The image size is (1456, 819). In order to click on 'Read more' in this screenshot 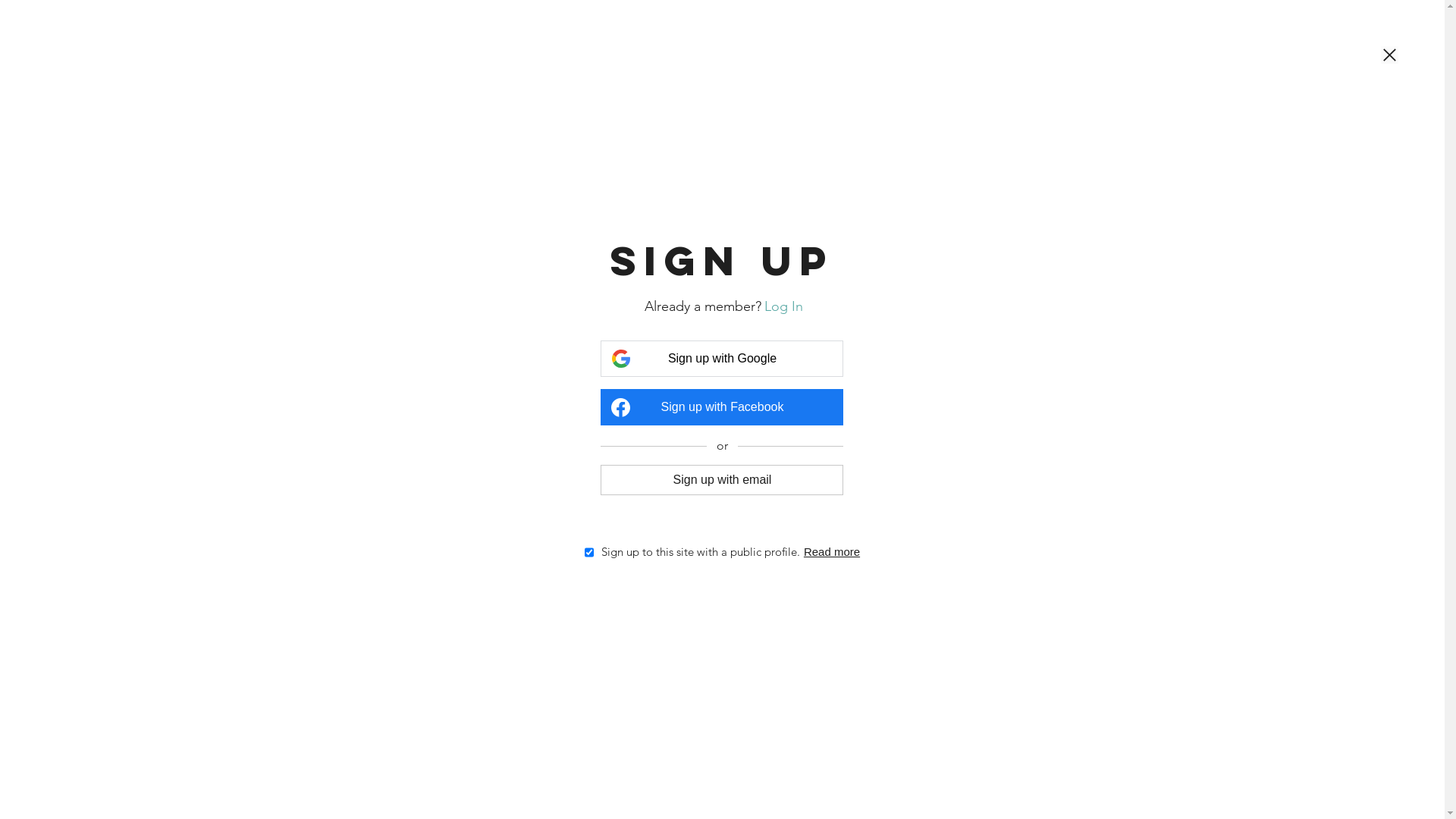, I will do `click(831, 551)`.